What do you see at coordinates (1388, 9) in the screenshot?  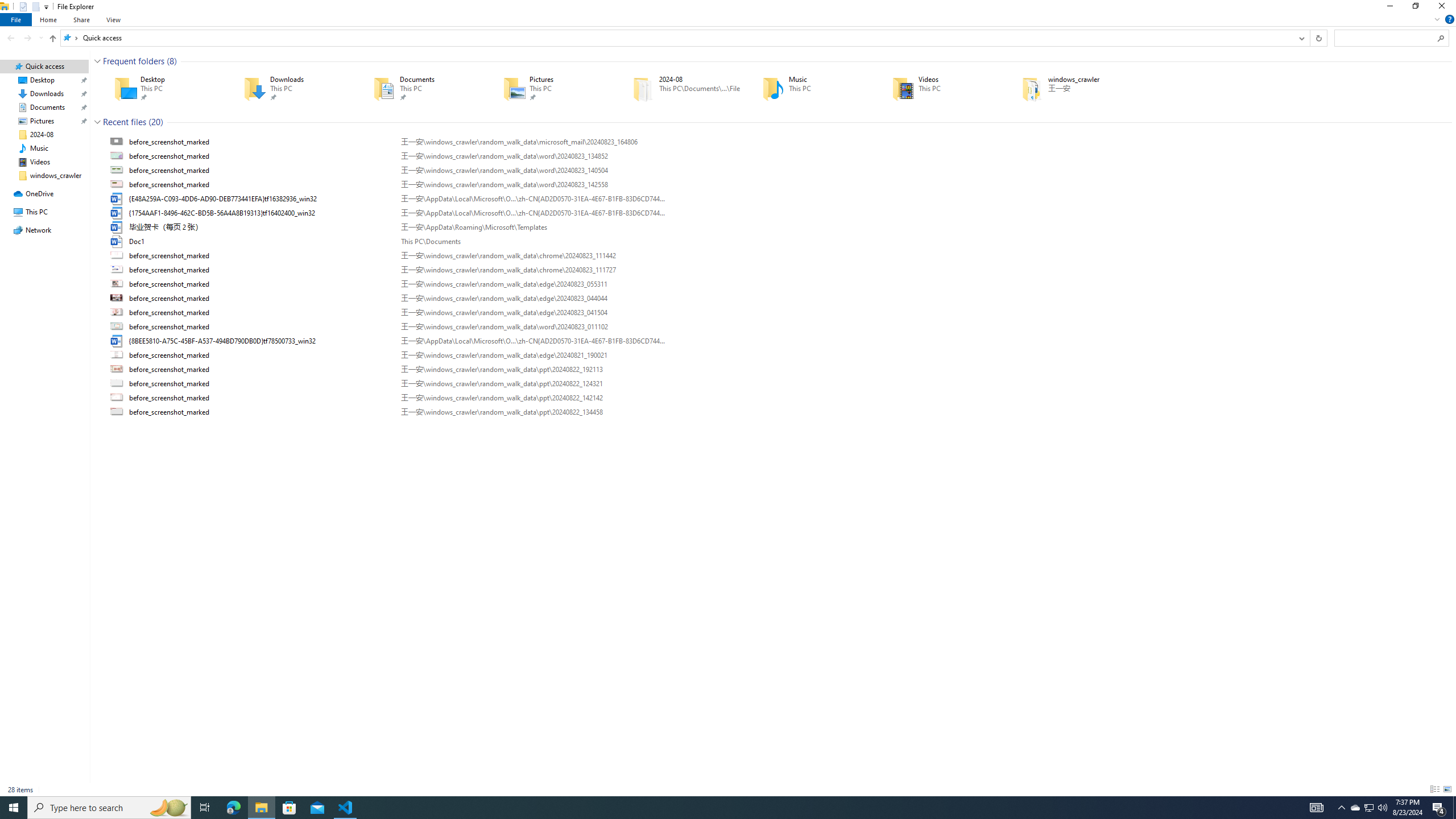 I see `'Minimize'` at bounding box center [1388, 9].